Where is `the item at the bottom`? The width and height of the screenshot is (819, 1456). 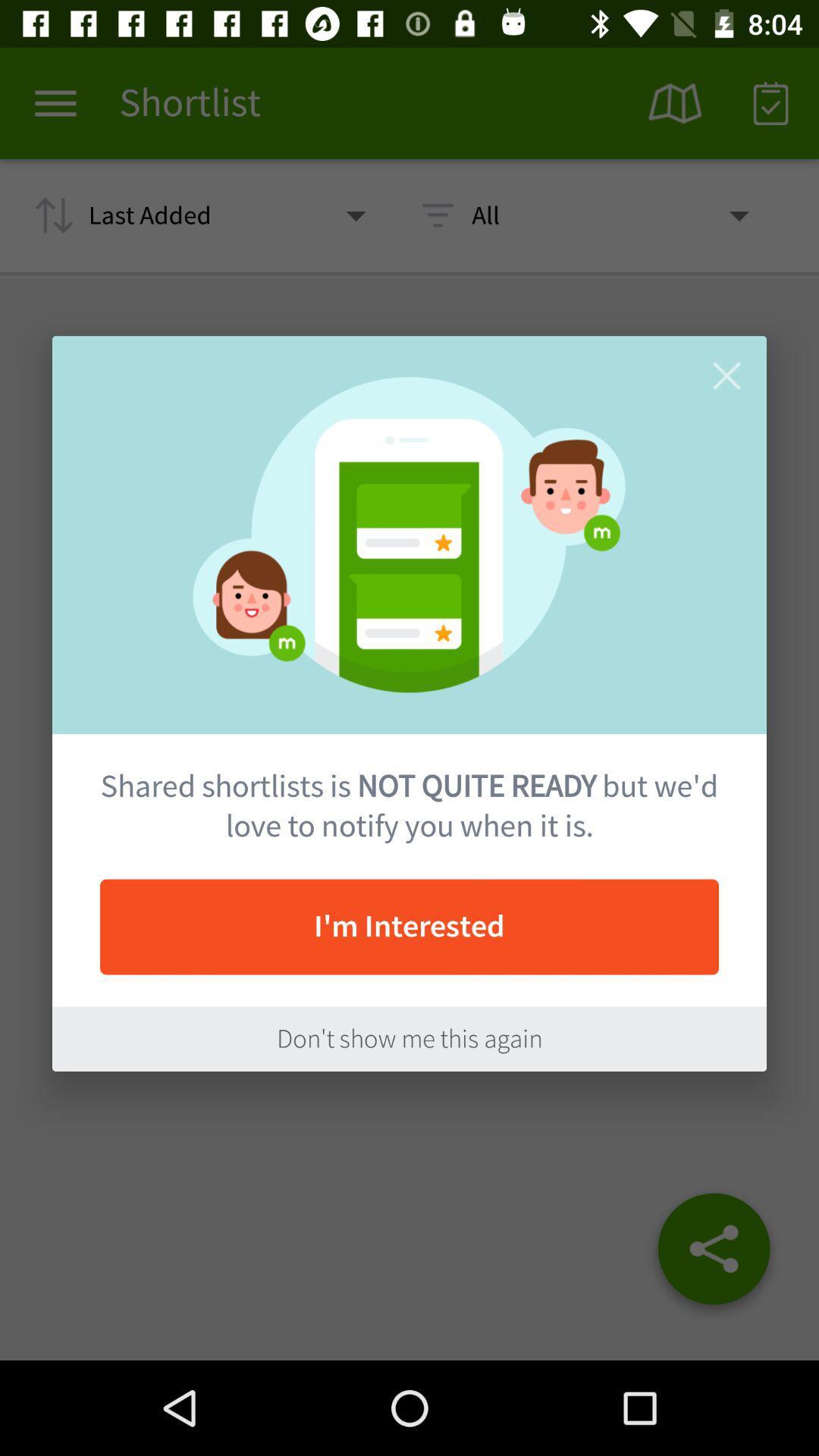 the item at the bottom is located at coordinates (409, 1038).